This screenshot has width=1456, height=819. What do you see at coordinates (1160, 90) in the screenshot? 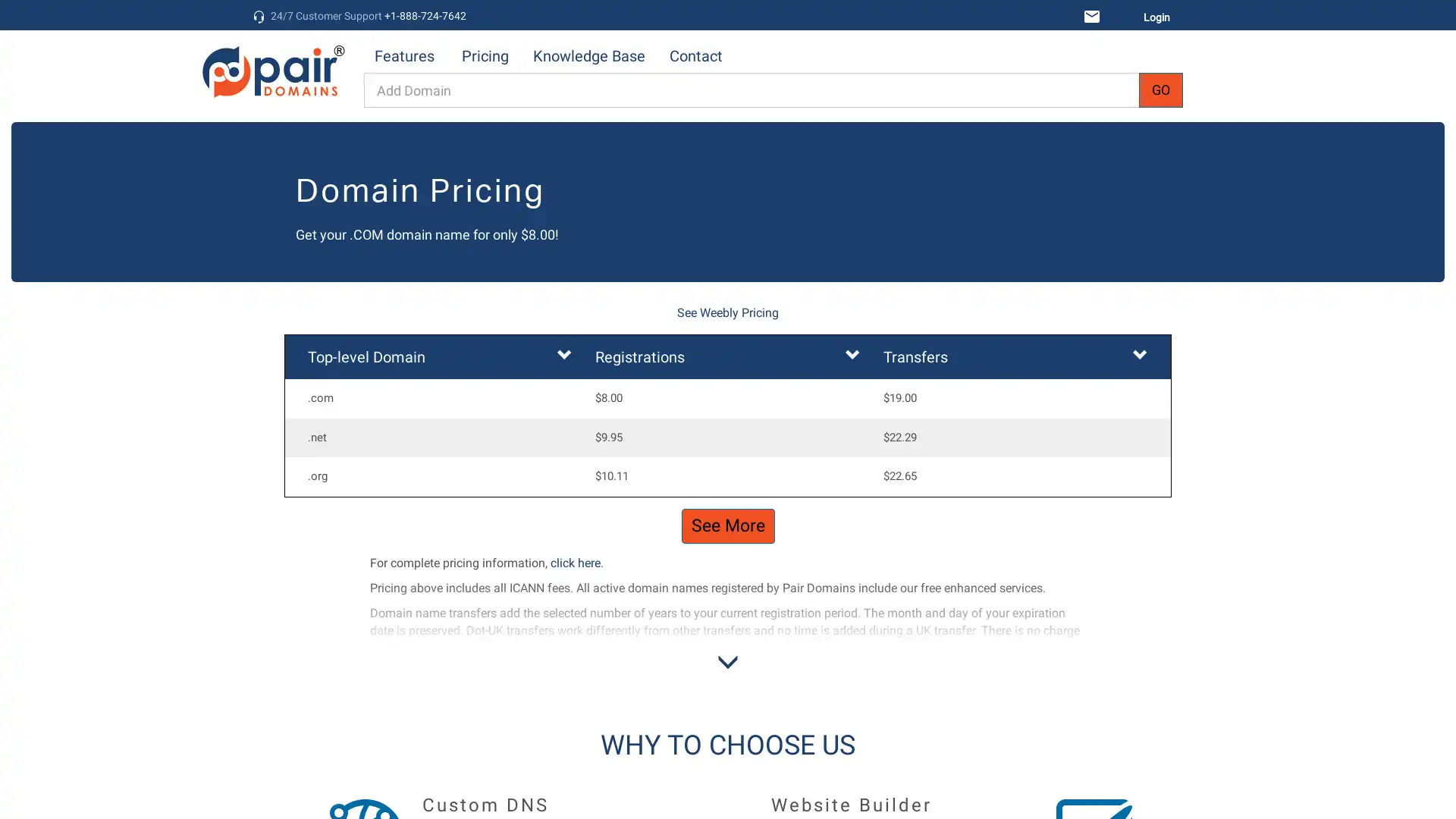
I see `GO` at bounding box center [1160, 90].